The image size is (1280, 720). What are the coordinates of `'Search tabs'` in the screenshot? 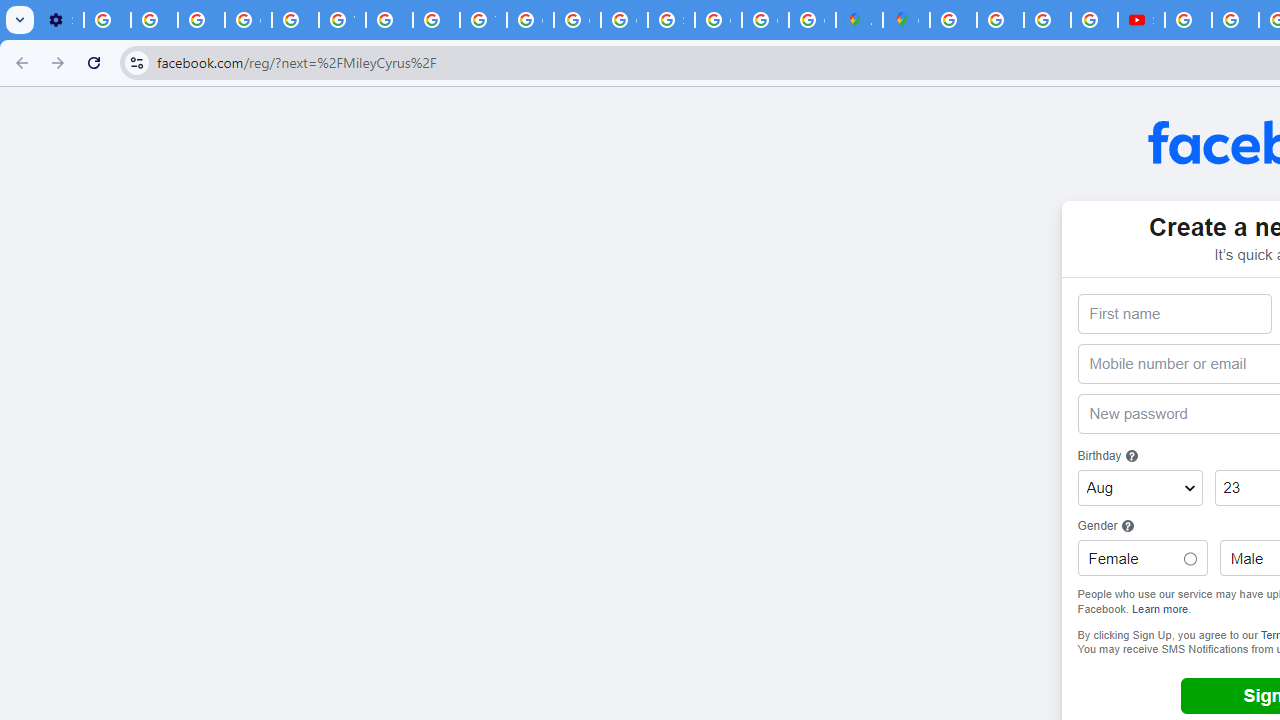 It's located at (20, 20).